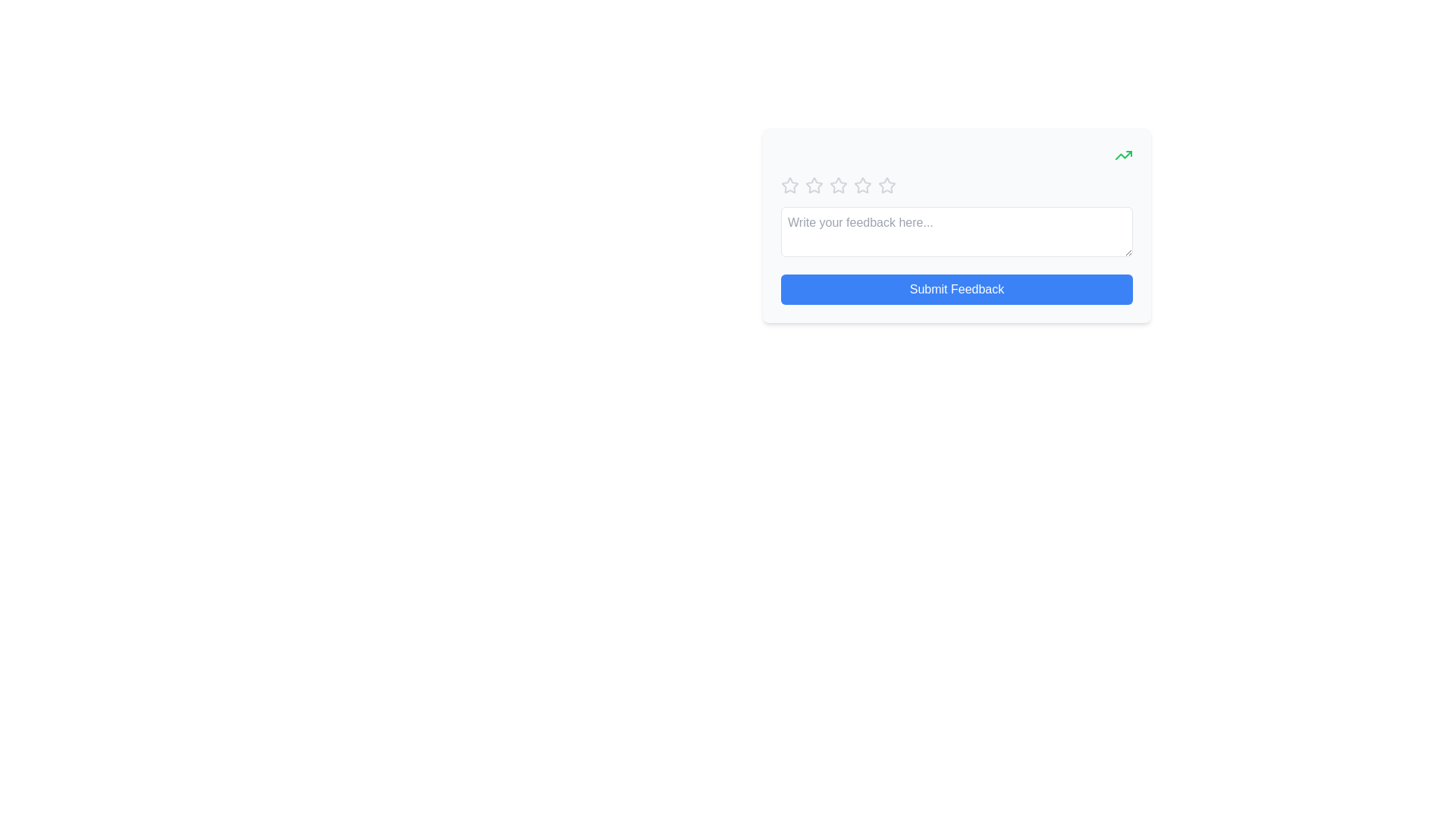  Describe the element at coordinates (837, 185) in the screenshot. I see `the third star-shaped icon in the rating system` at that location.